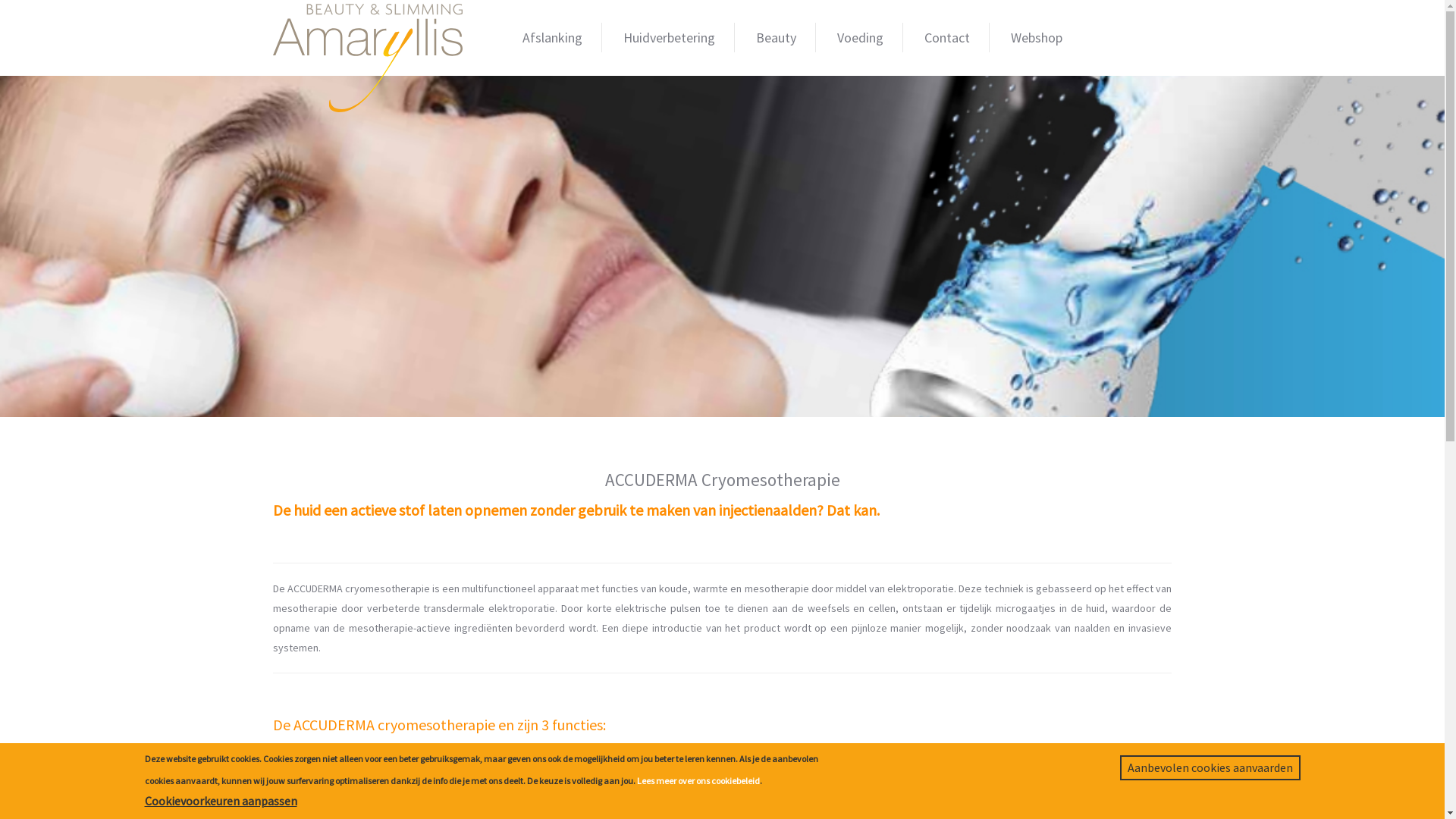 Image resolution: width=1456 pixels, height=819 pixels. Describe the element at coordinates (1036, 36) in the screenshot. I see `'Webshop'` at that location.